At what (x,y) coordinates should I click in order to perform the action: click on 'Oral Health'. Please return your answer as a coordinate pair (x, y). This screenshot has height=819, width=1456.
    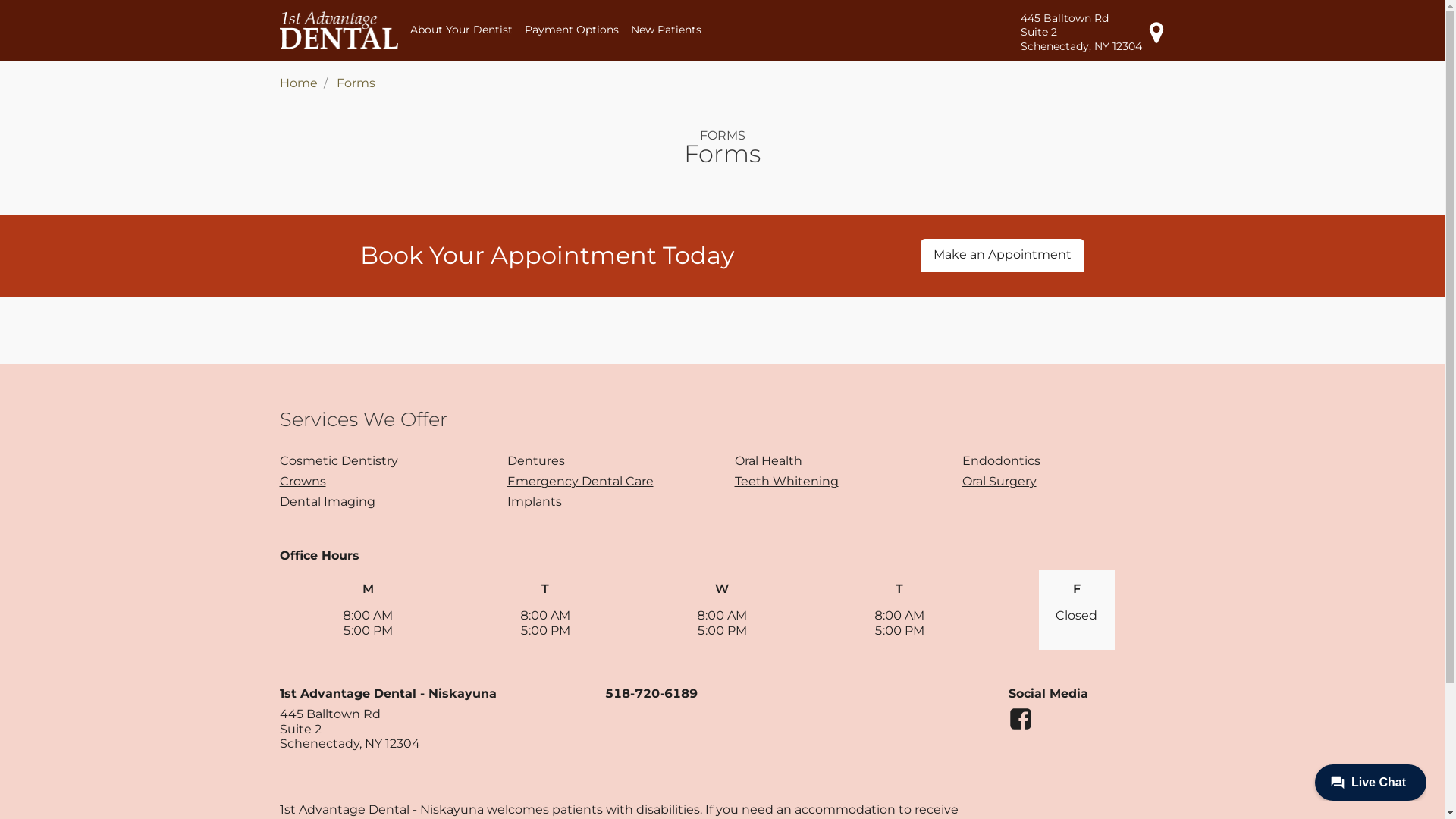
    Looking at the image, I should click on (767, 460).